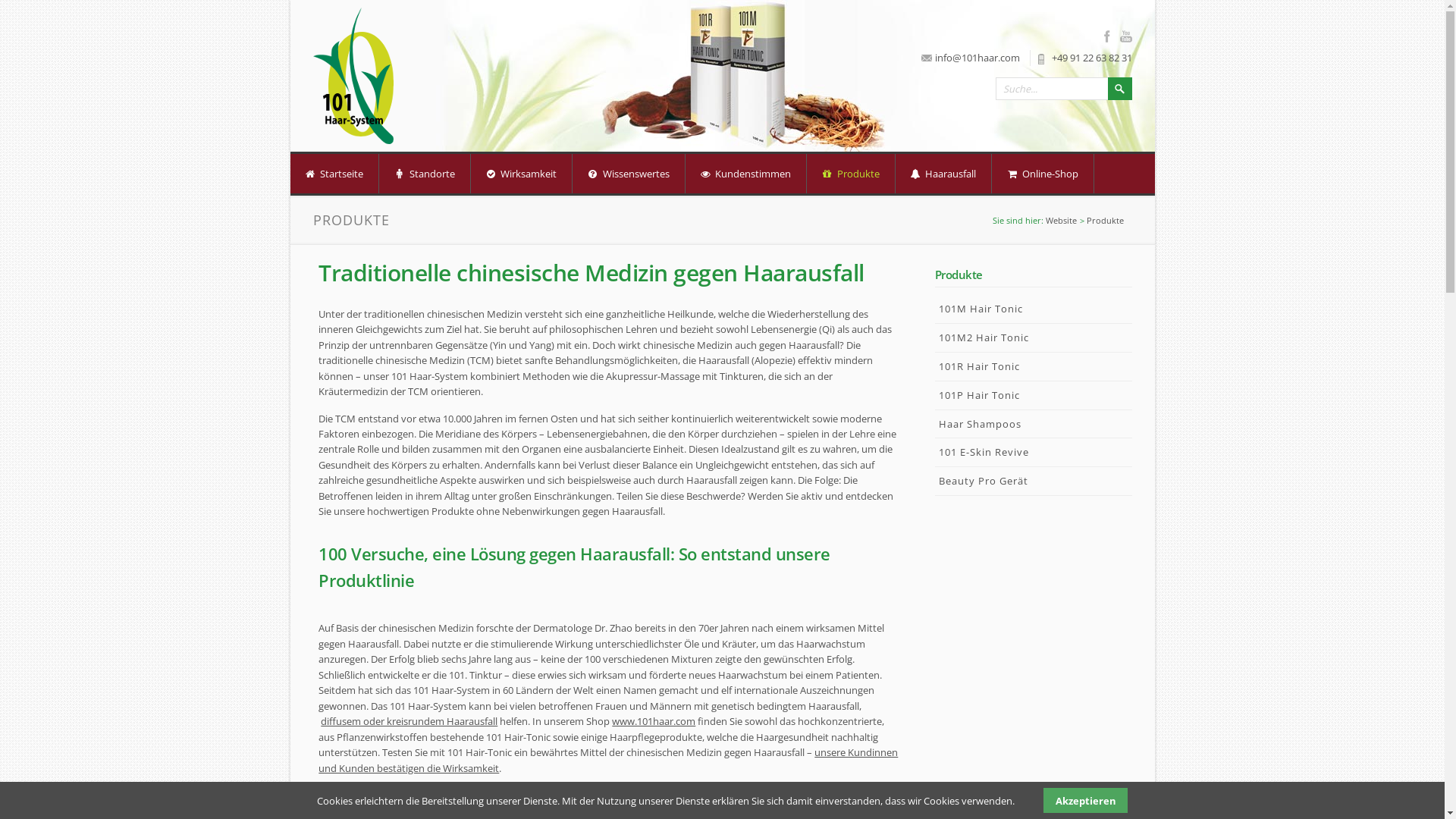 The height and width of the screenshot is (819, 1456). Describe the element at coordinates (1032, 394) in the screenshot. I see `'101P Hair Tonic'` at that location.